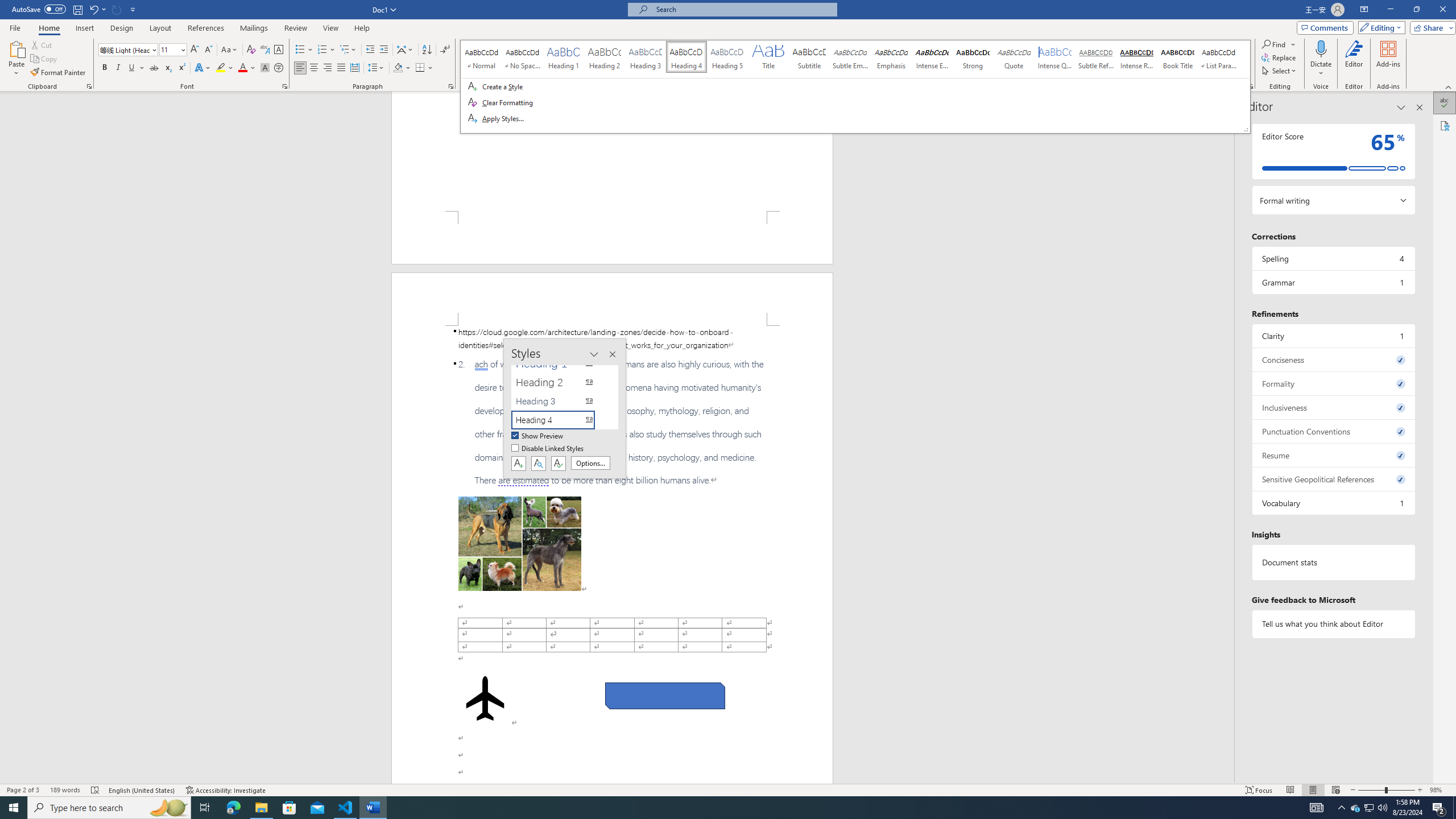  Describe the element at coordinates (590, 462) in the screenshot. I see `'Options...'` at that location.